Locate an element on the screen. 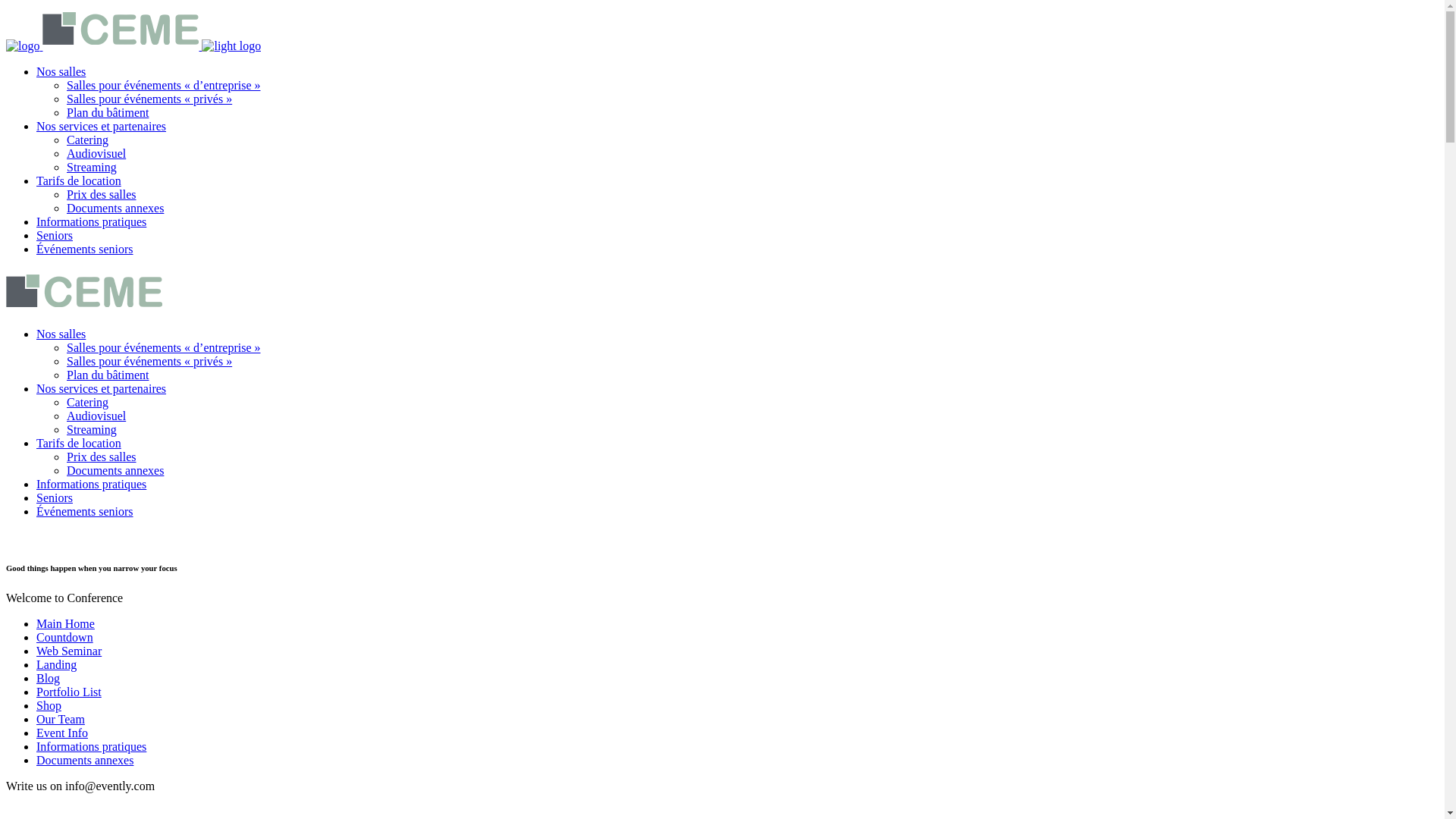 Image resolution: width=1456 pixels, height=819 pixels. 'Documents annexes' is located at coordinates (115, 469).